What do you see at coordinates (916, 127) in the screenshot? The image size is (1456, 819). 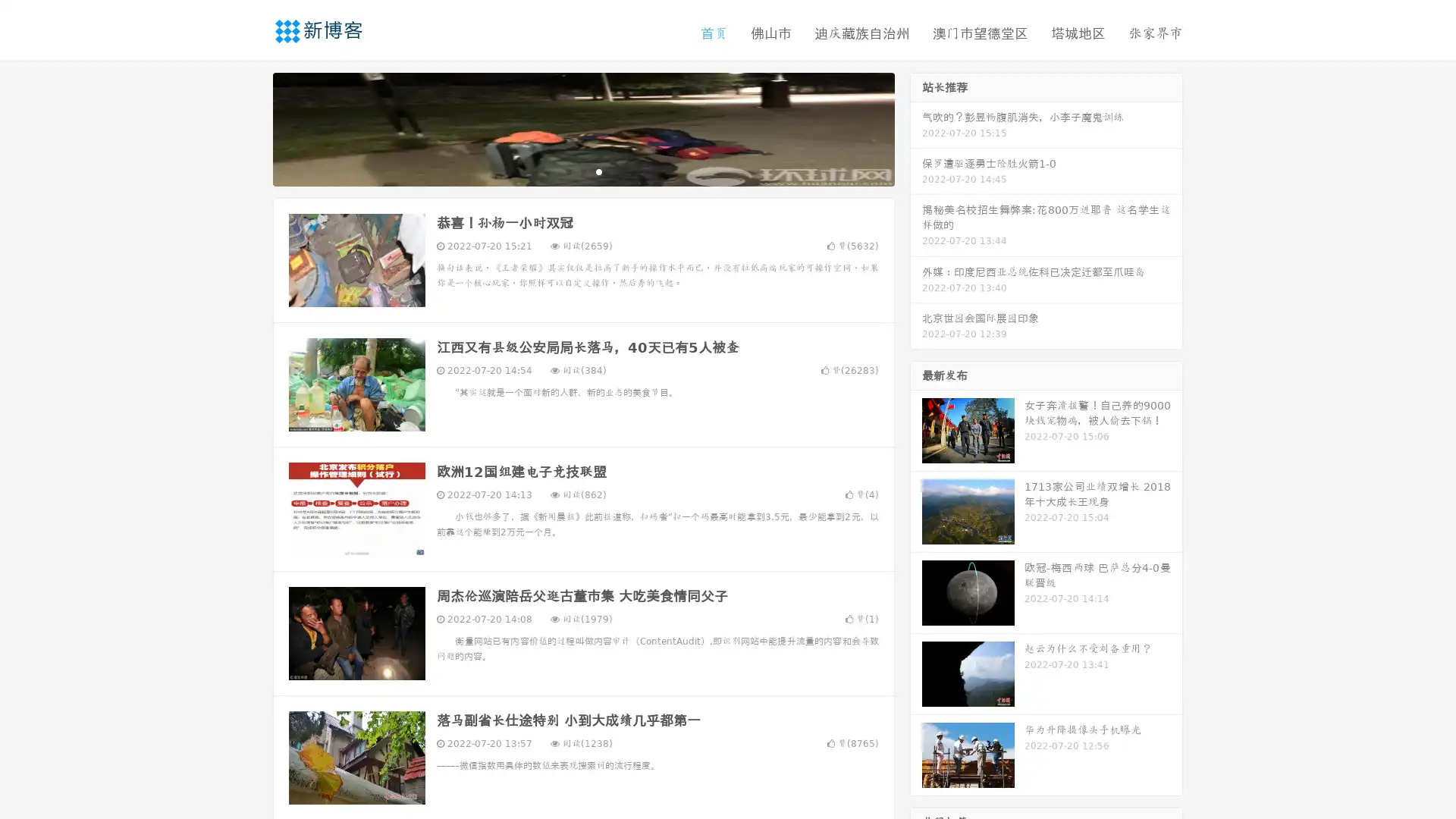 I see `Next slide` at bounding box center [916, 127].